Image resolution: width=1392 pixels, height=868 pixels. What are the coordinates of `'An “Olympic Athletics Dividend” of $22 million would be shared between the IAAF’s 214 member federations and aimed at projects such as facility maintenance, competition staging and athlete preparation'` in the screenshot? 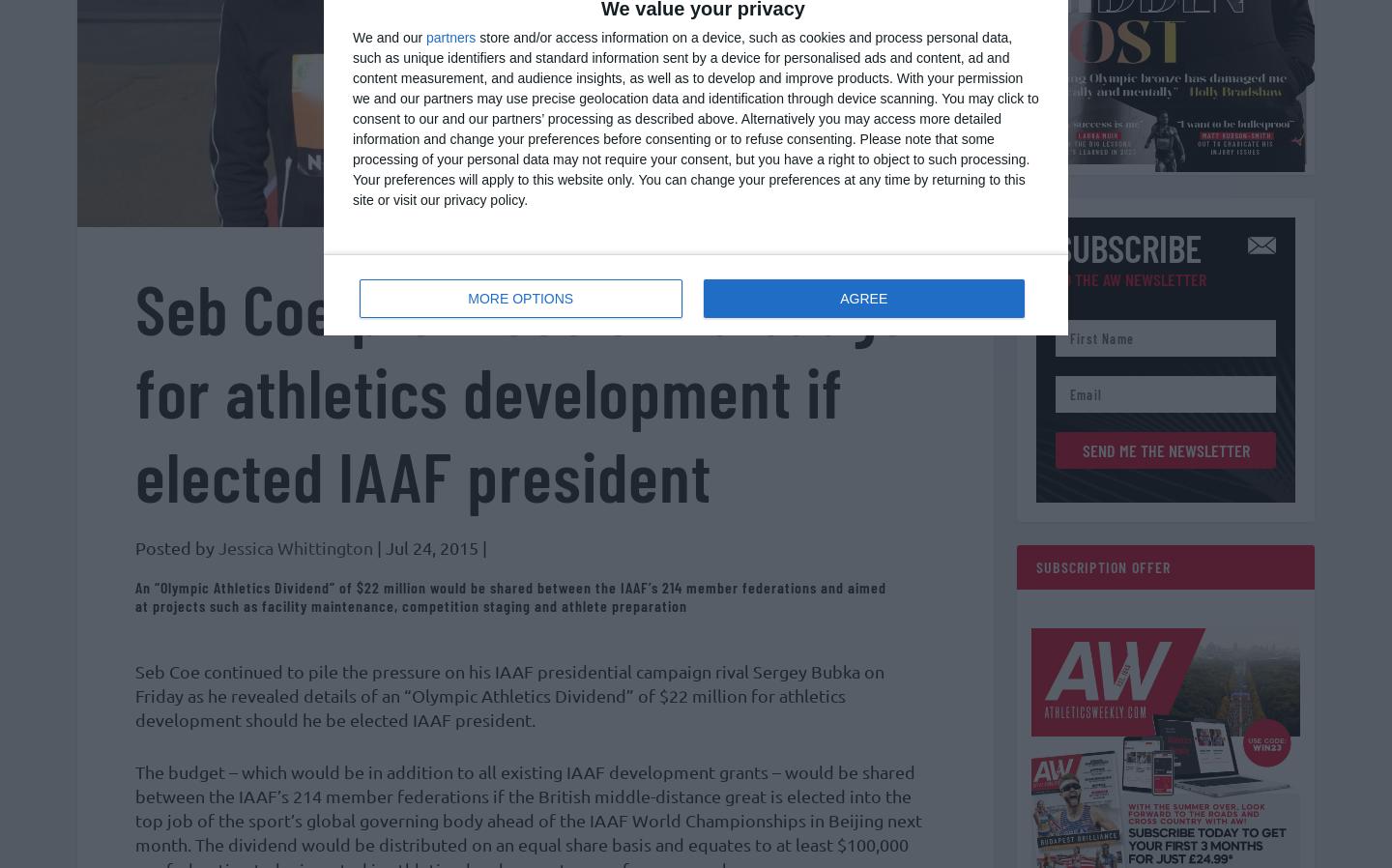 It's located at (509, 605).